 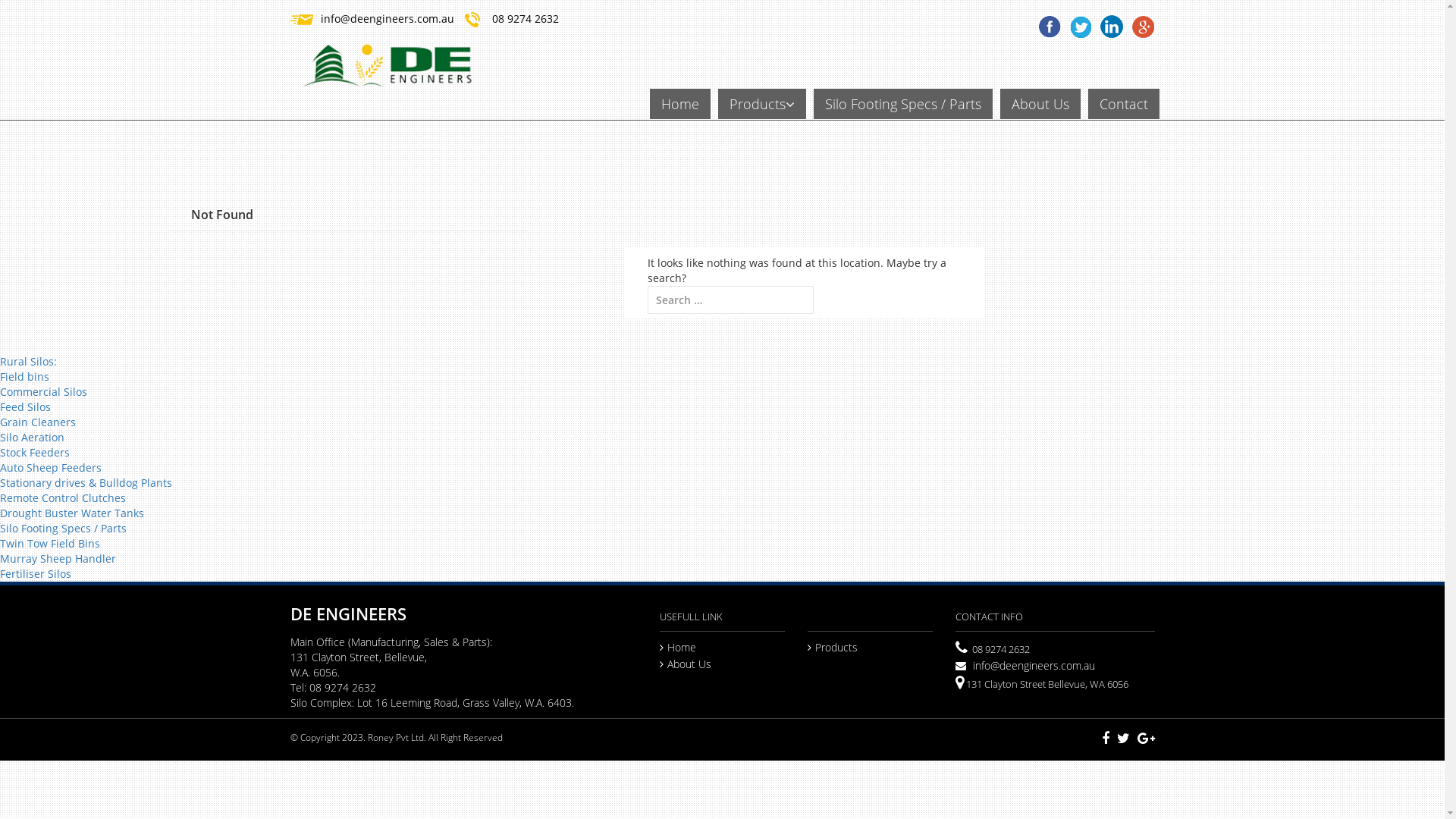 I want to click on 'Silo Aeration', so click(x=32, y=437).